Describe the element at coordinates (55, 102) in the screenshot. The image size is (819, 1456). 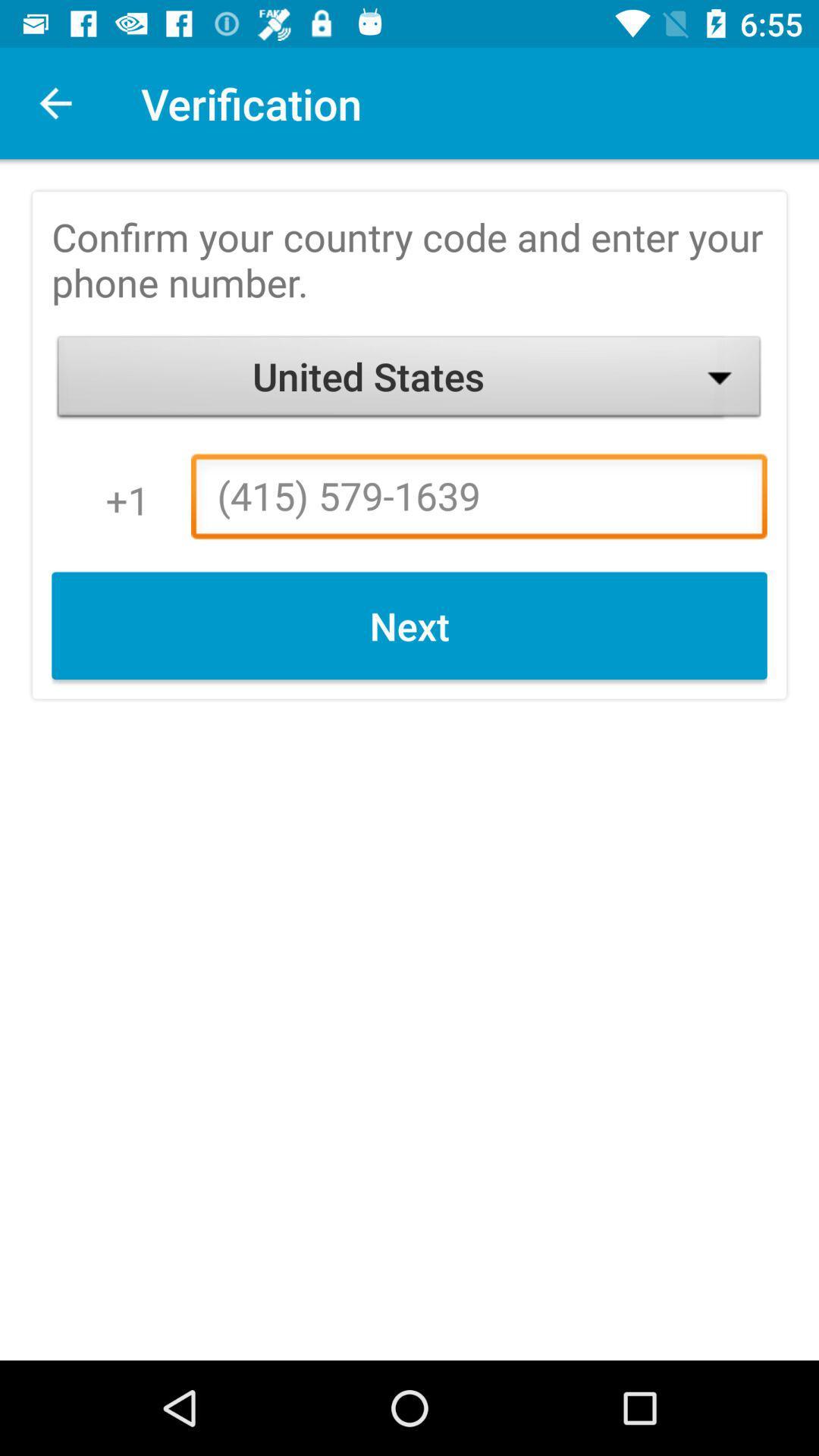
I see `app next to   verification icon` at that location.